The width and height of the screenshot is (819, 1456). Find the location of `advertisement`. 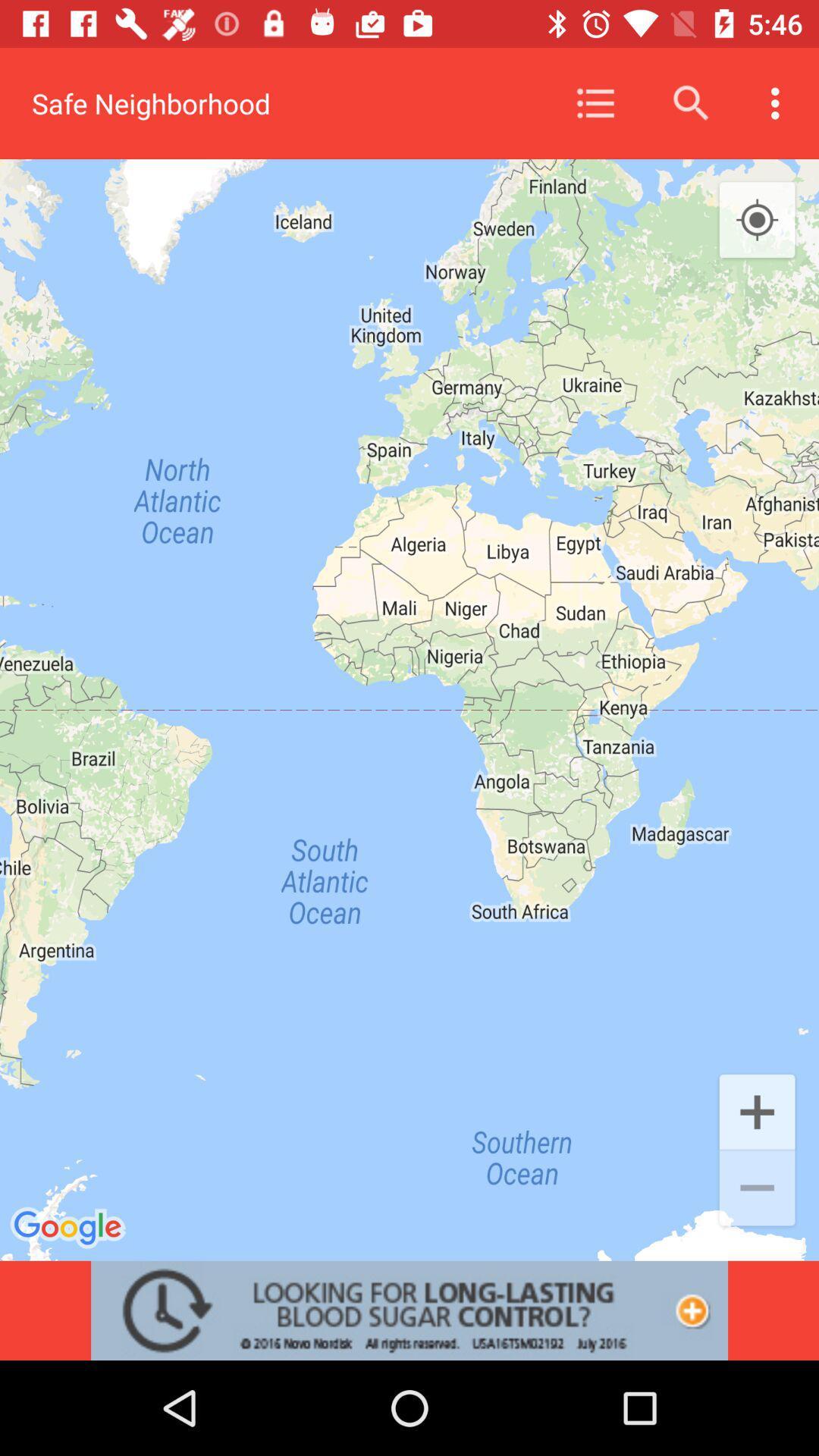

advertisement is located at coordinates (409, 1310).